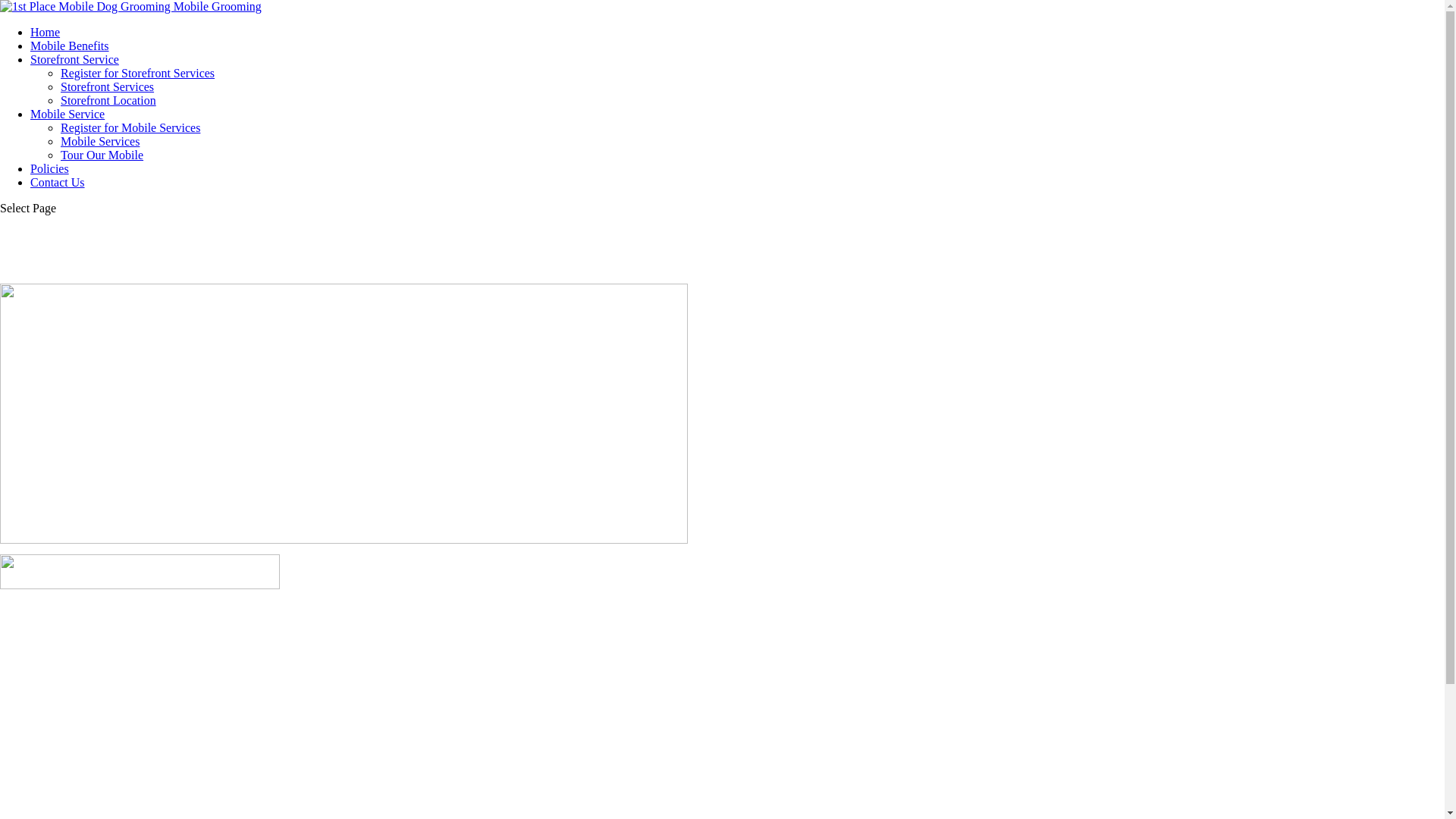 This screenshot has width=1456, height=819. What do you see at coordinates (58, 181) in the screenshot?
I see `'Contact Us'` at bounding box center [58, 181].